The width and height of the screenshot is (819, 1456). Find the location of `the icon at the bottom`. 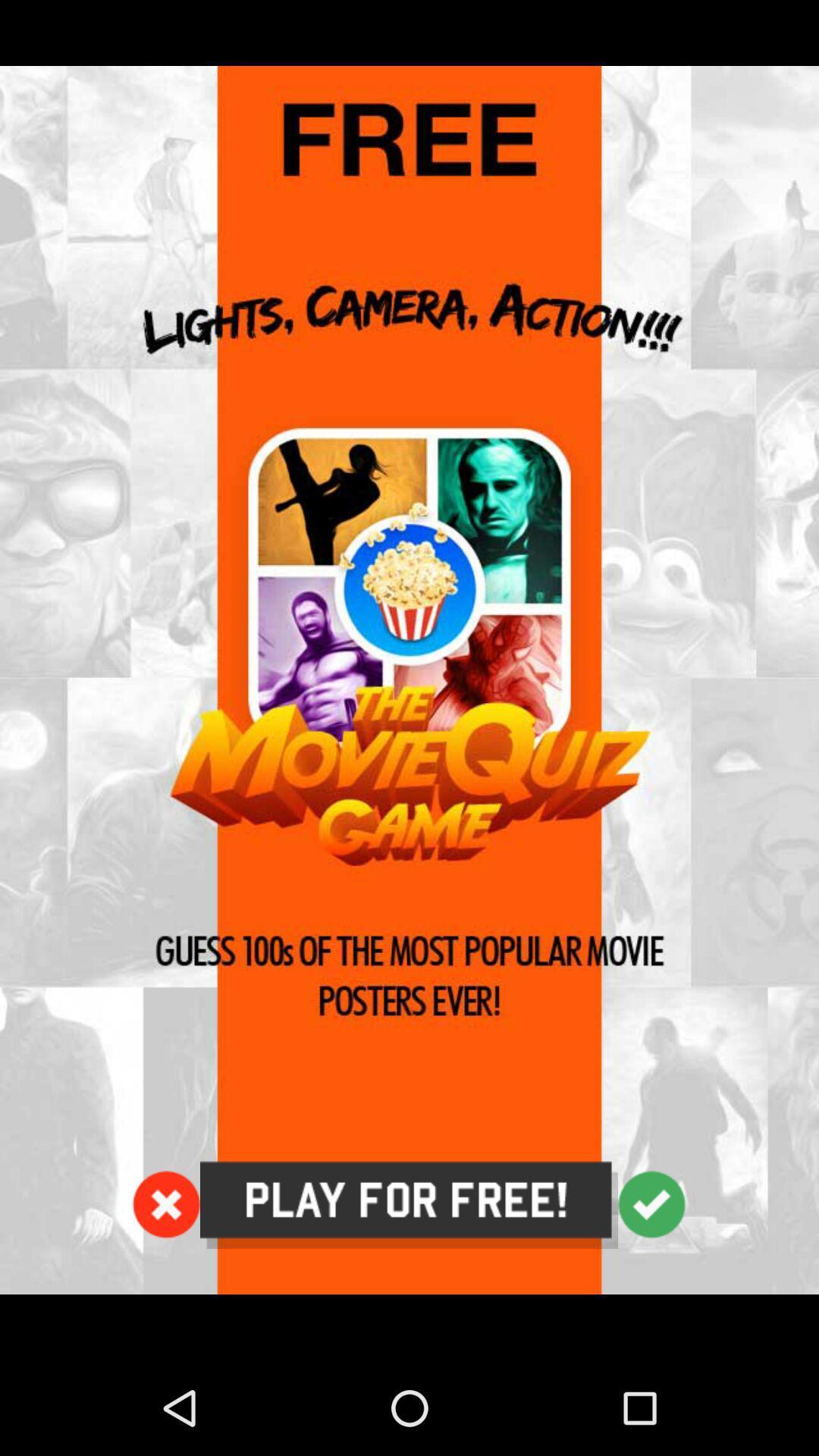

the icon at the bottom is located at coordinates (408, 1204).